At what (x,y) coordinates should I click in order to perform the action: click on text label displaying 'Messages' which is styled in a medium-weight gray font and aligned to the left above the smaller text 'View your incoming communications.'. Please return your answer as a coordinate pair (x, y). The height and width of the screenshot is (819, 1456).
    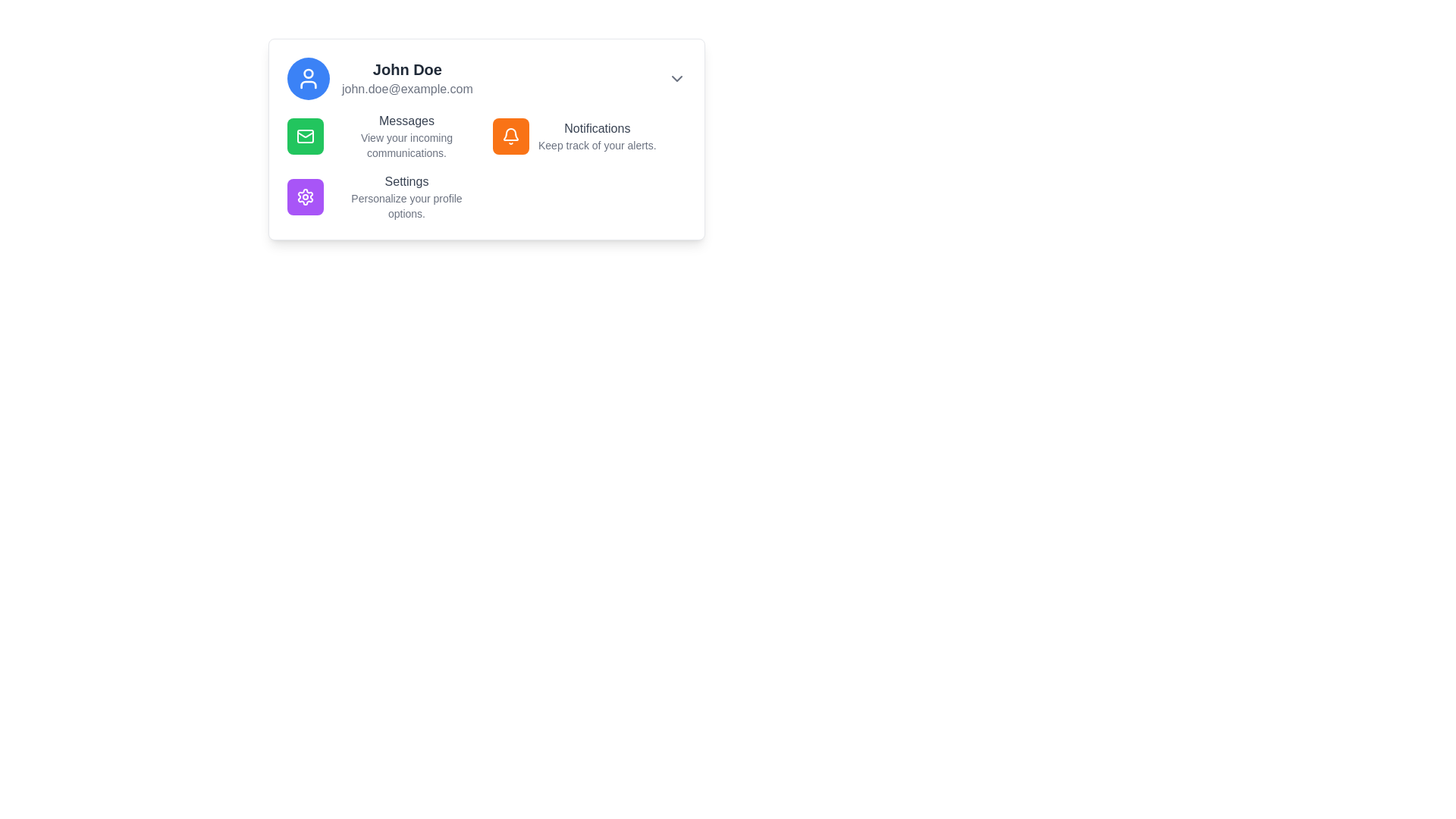
    Looking at the image, I should click on (406, 120).